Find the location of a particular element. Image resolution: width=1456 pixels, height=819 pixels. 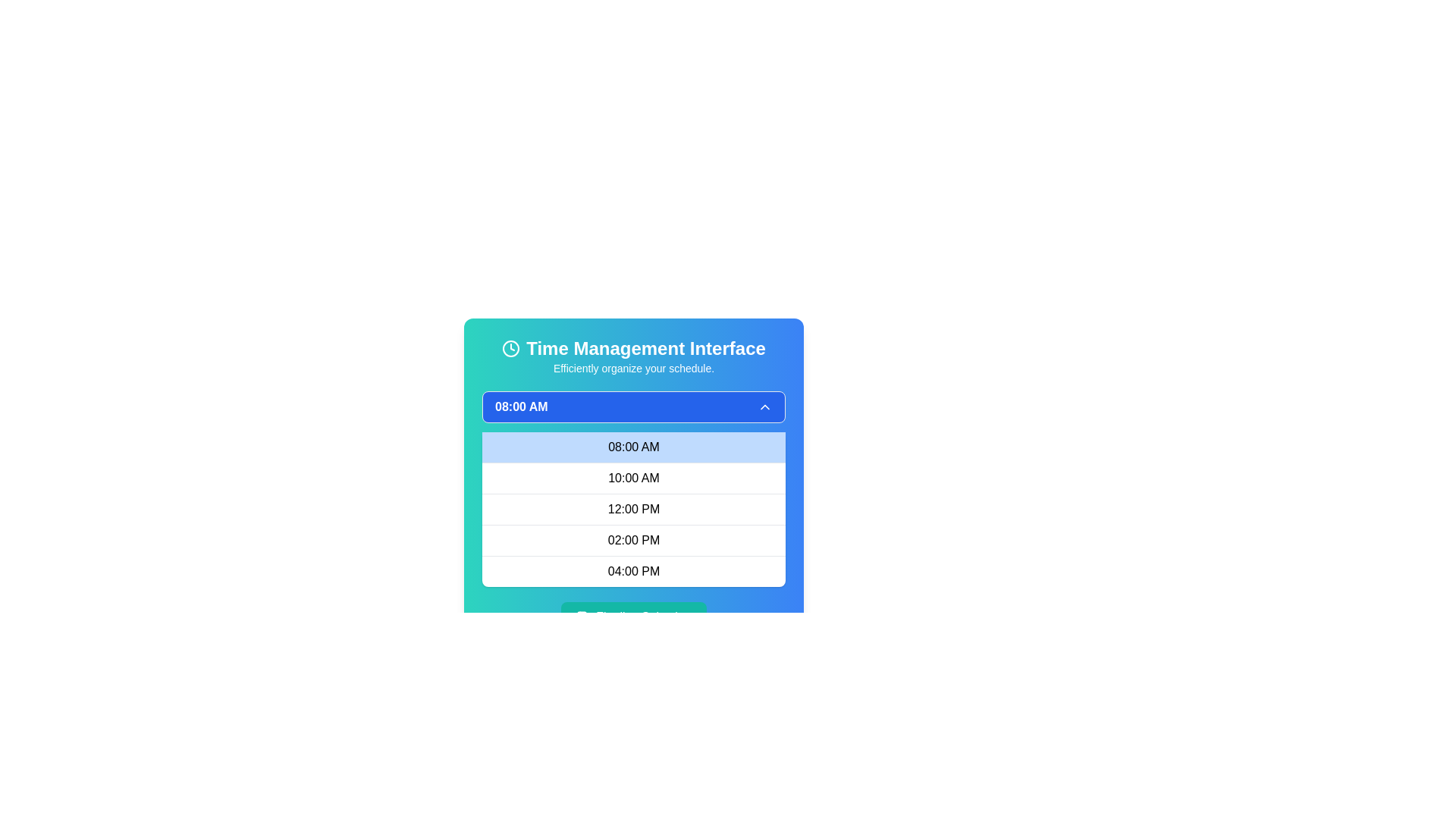

the time selector button at the top of the dropdown interface is located at coordinates (633, 406).